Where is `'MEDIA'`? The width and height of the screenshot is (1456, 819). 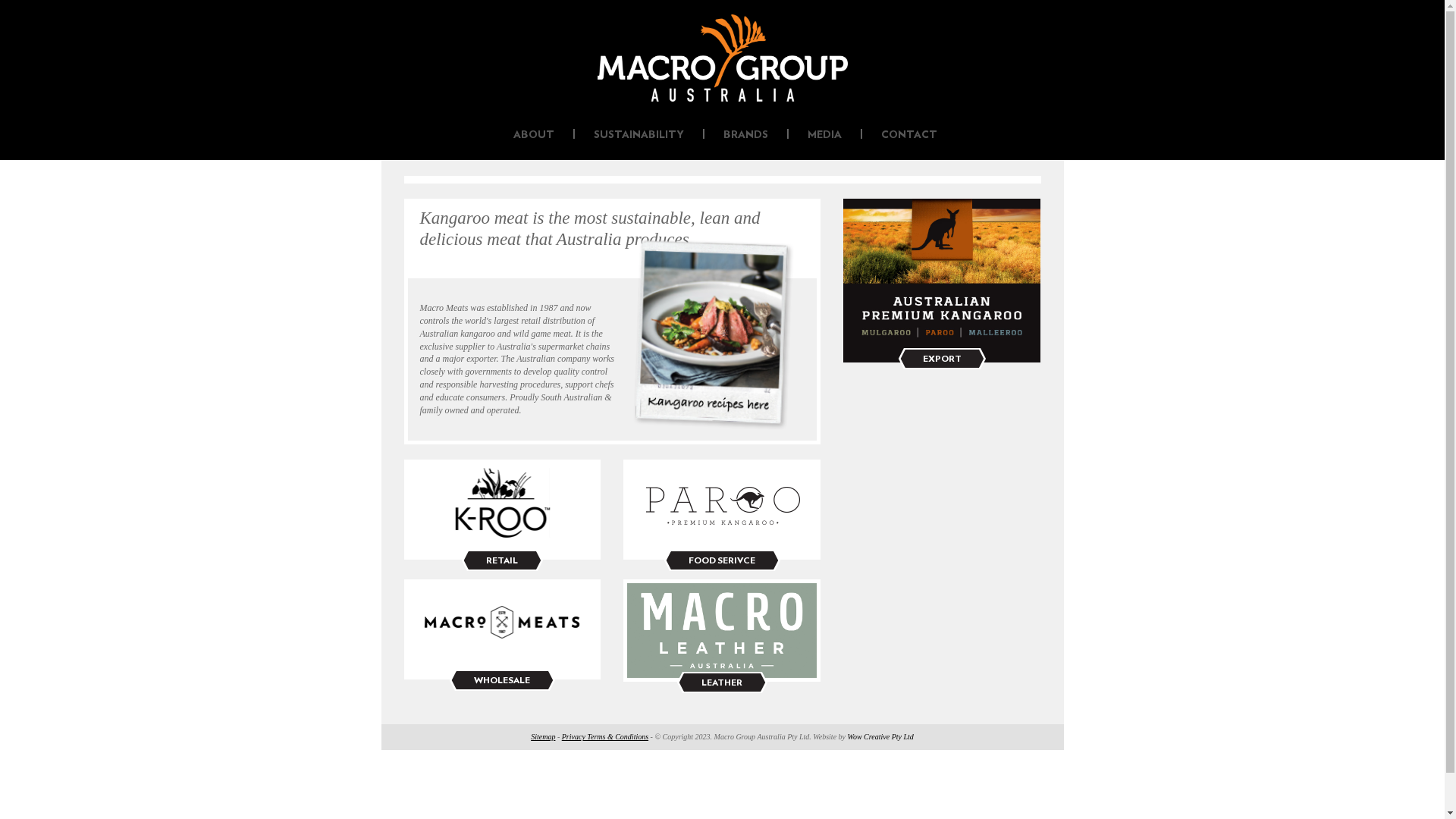
'MEDIA' is located at coordinates (824, 133).